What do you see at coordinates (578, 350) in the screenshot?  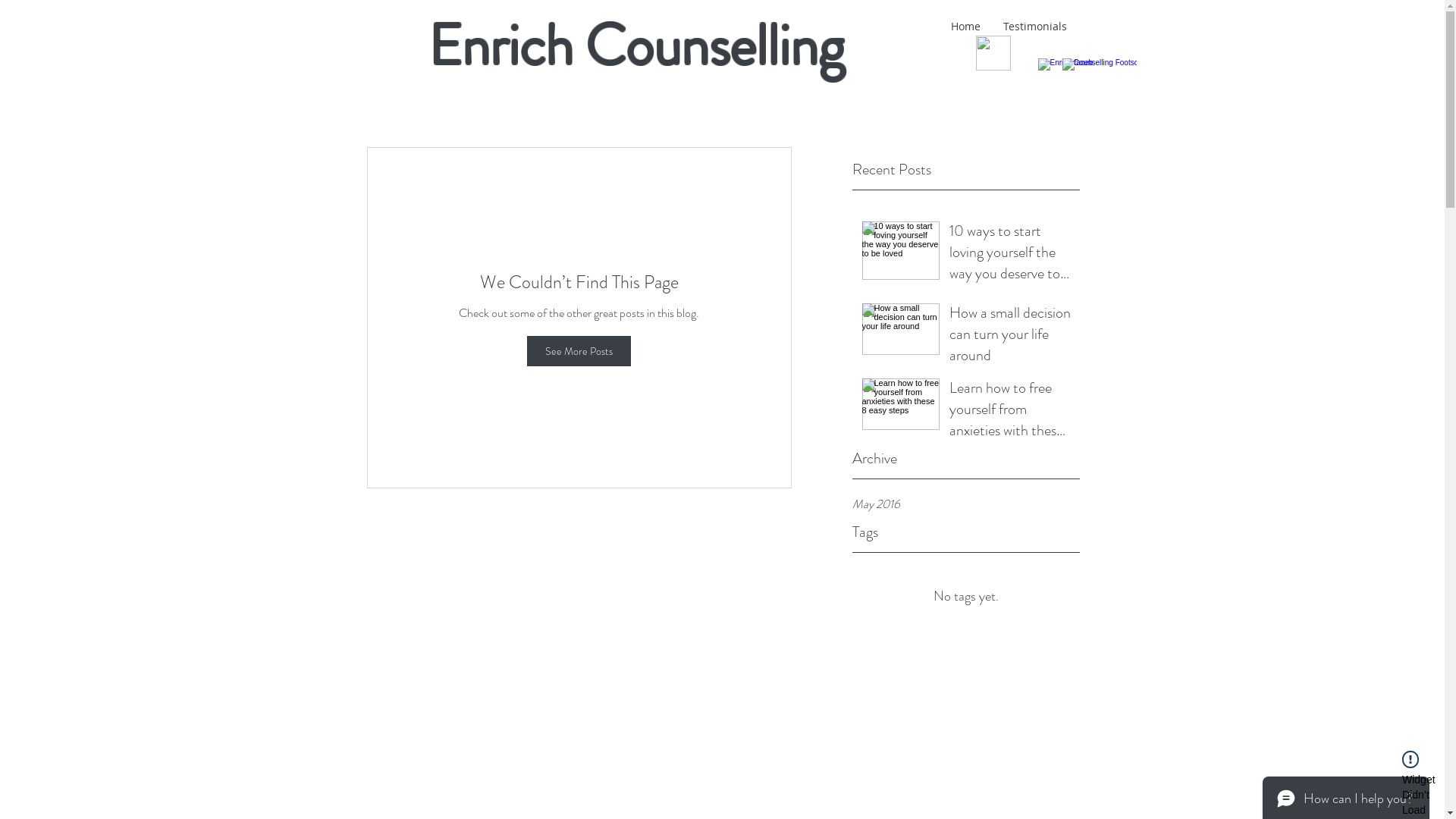 I see `'See More Posts'` at bounding box center [578, 350].